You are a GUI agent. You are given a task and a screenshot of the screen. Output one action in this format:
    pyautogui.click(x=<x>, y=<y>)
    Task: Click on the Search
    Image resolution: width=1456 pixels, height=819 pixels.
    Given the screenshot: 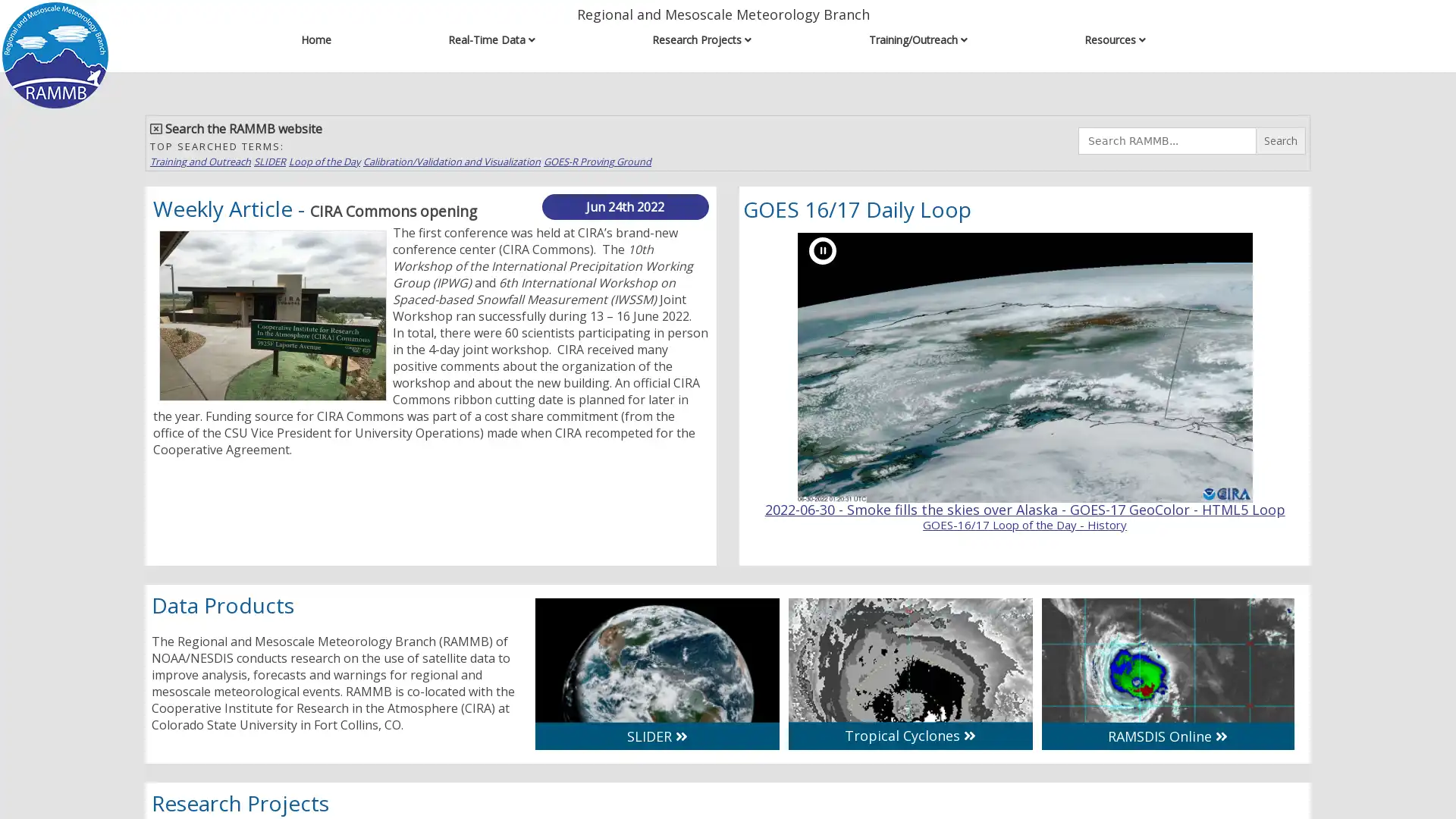 What is the action you would take?
    pyautogui.click(x=1280, y=140)
    